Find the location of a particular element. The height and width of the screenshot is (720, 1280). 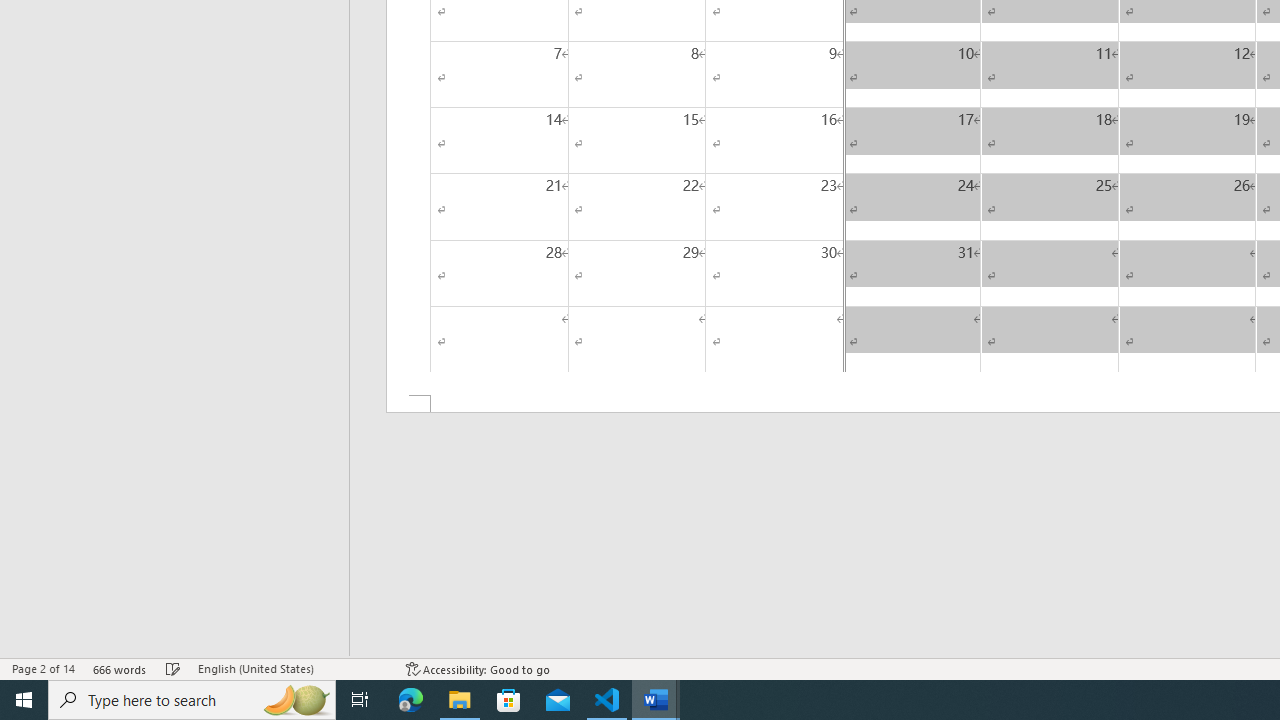

'Accessibility Checker Accessibility: Good to go' is located at coordinates (477, 669).